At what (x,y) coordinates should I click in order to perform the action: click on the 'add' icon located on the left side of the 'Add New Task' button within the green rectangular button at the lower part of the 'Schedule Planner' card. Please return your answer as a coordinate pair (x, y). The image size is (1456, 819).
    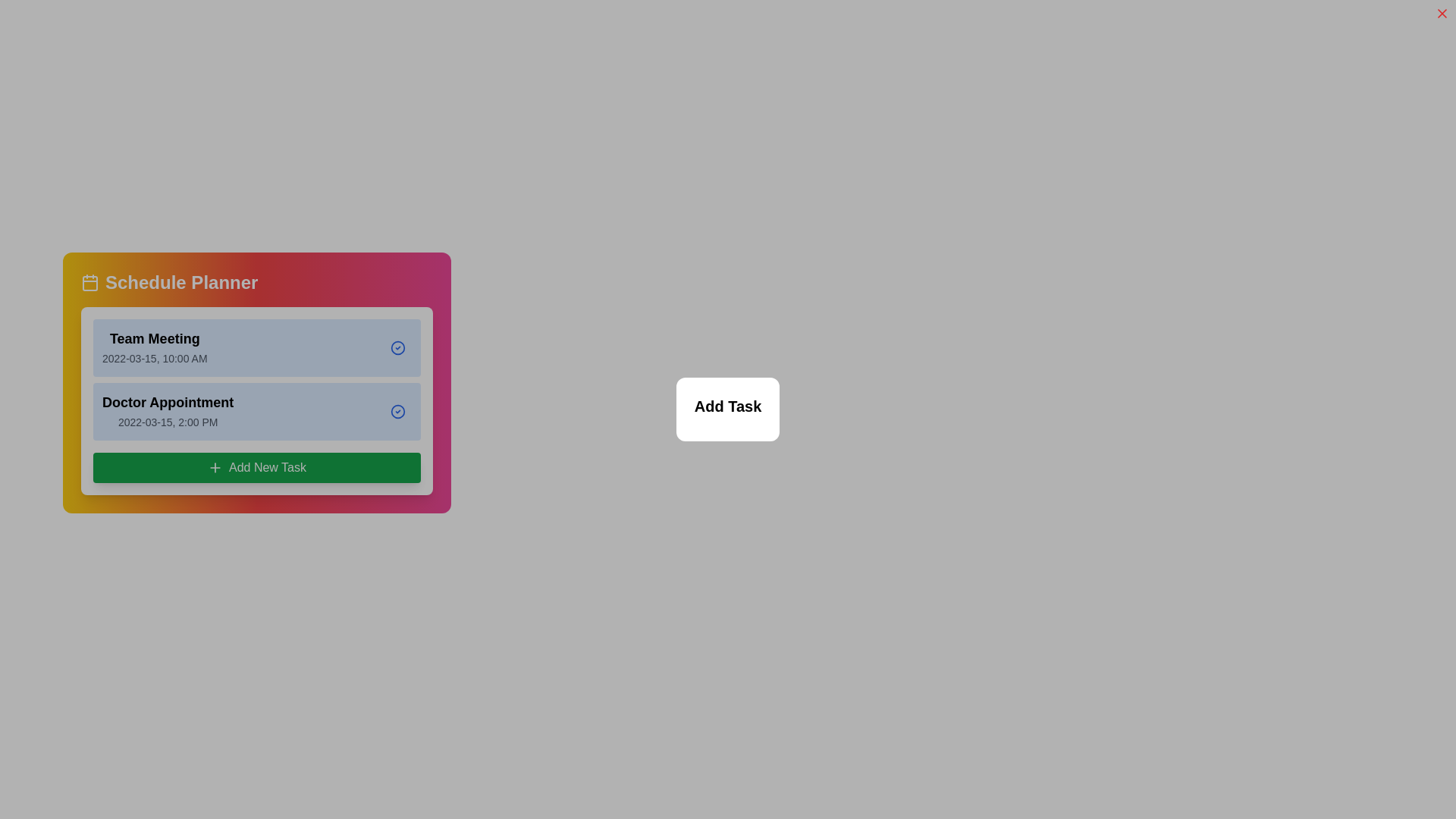
    Looking at the image, I should click on (214, 467).